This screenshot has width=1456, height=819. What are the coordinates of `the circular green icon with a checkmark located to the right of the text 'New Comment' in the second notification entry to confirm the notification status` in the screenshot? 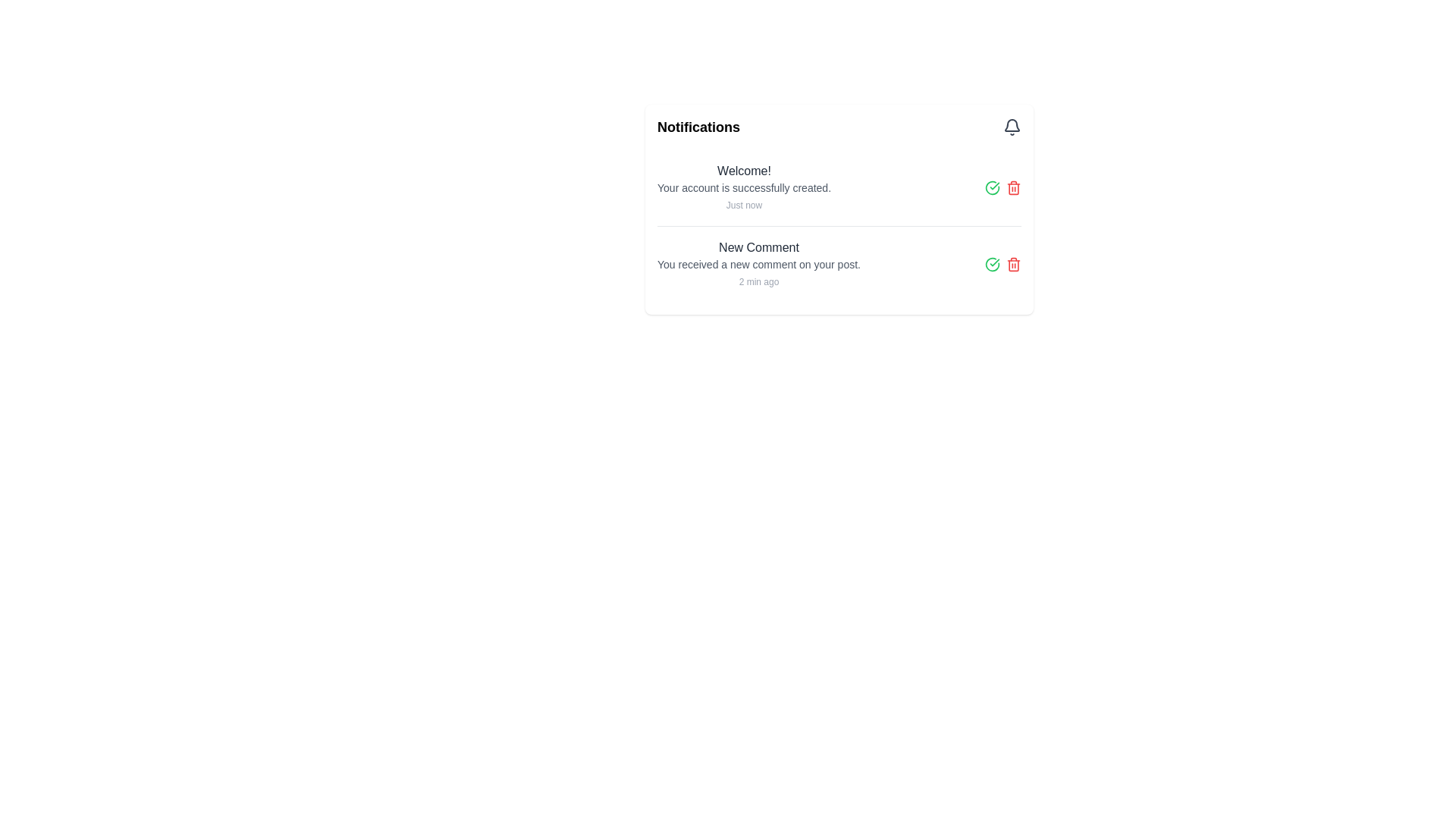 It's located at (993, 187).